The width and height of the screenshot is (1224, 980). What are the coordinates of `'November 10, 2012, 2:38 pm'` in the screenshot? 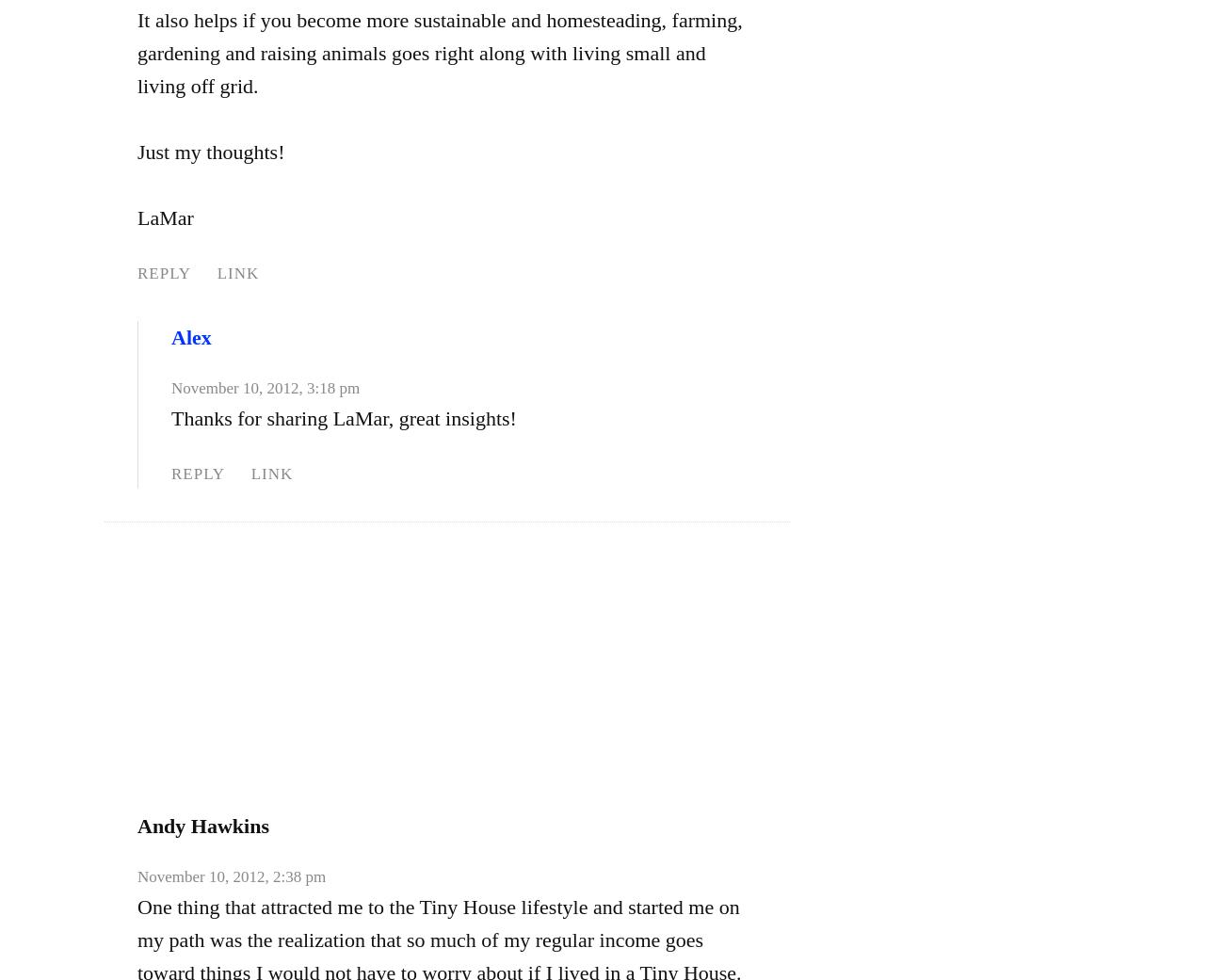 It's located at (230, 876).